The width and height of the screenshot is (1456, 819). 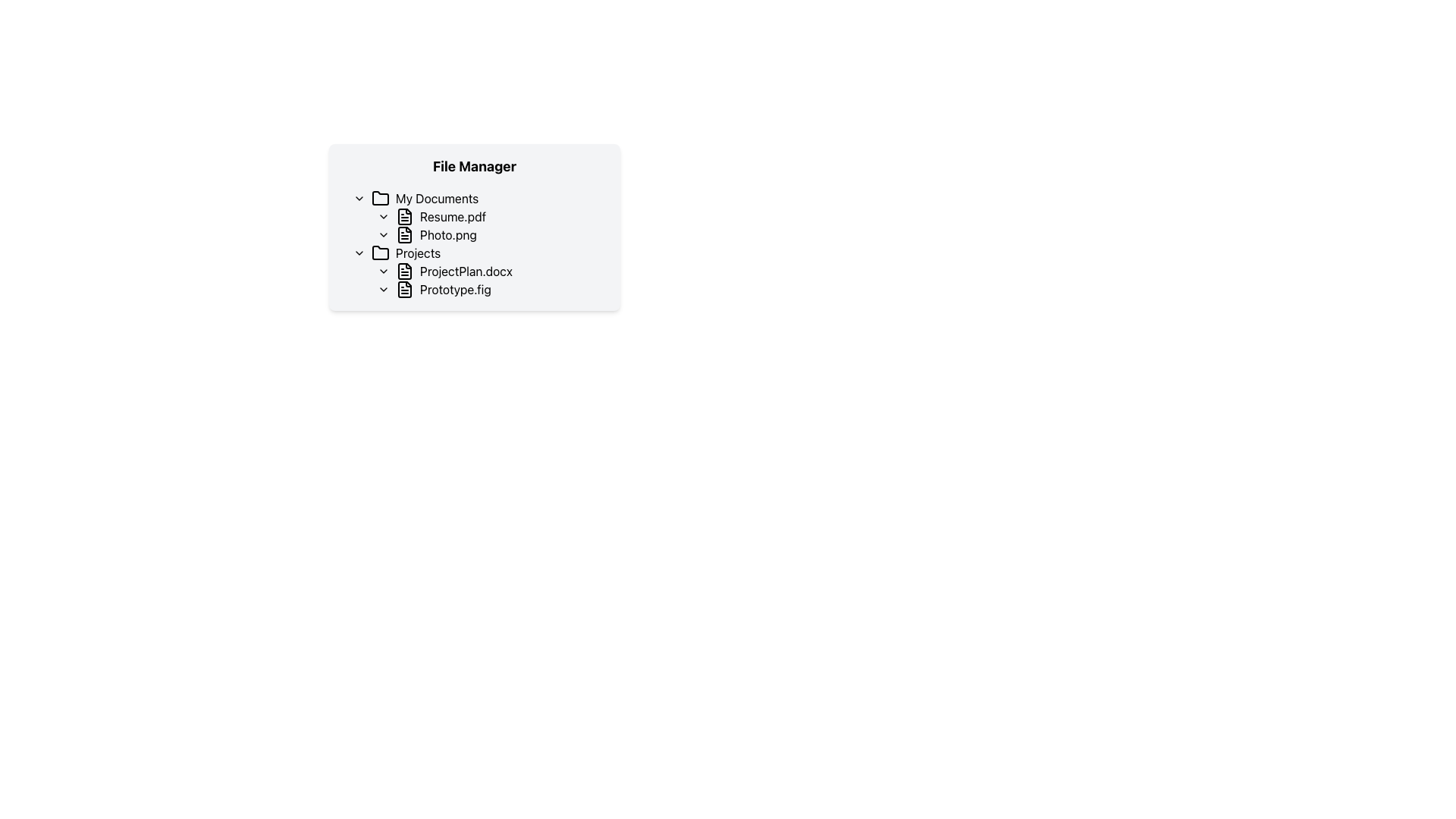 I want to click on the stylized document icon that represents 'ProjectPlan.docx' in the file manager interface, so click(x=404, y=271).